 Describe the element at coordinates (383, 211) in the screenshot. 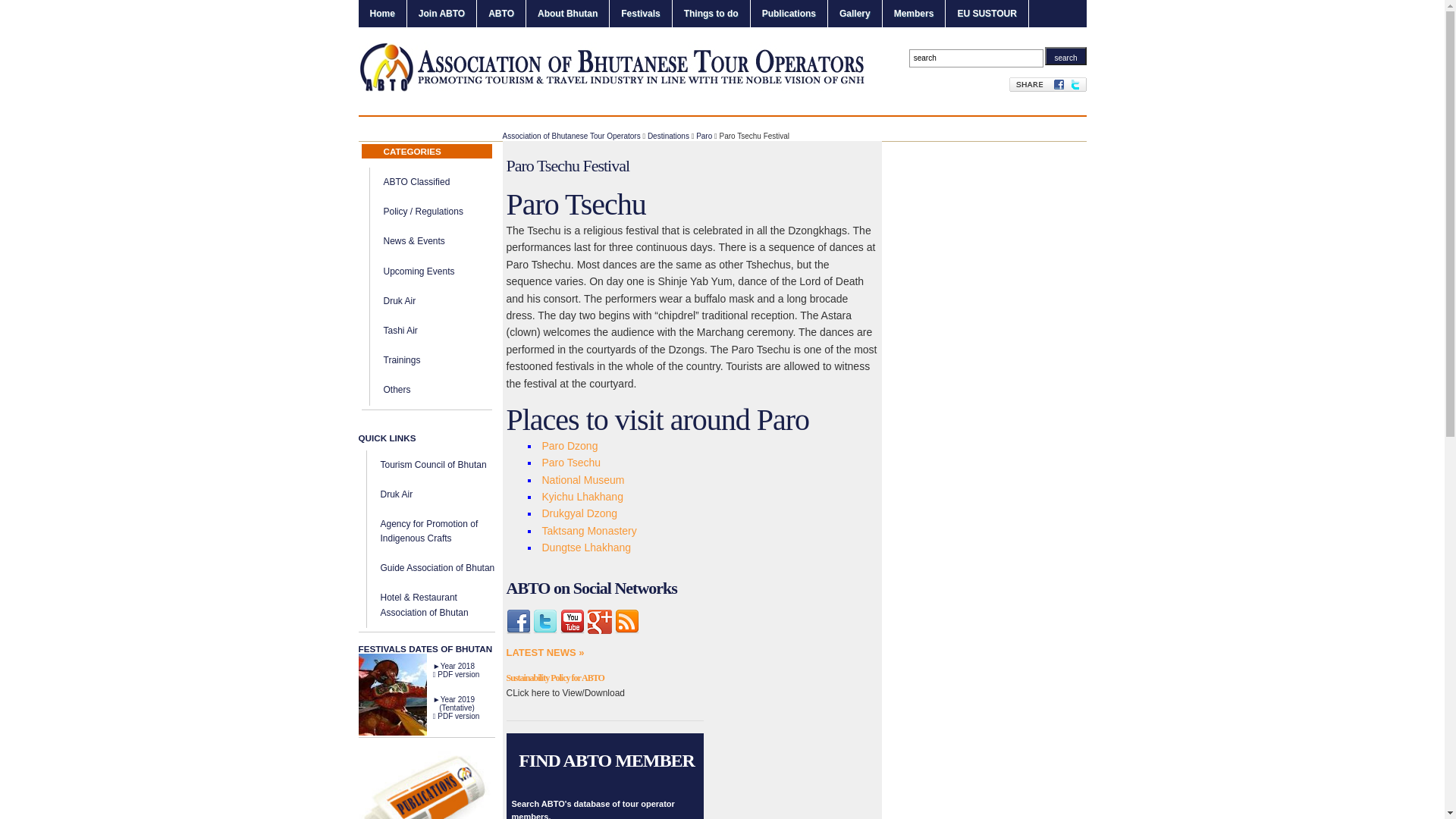

I see `'Policy / Regulations'` at that location.